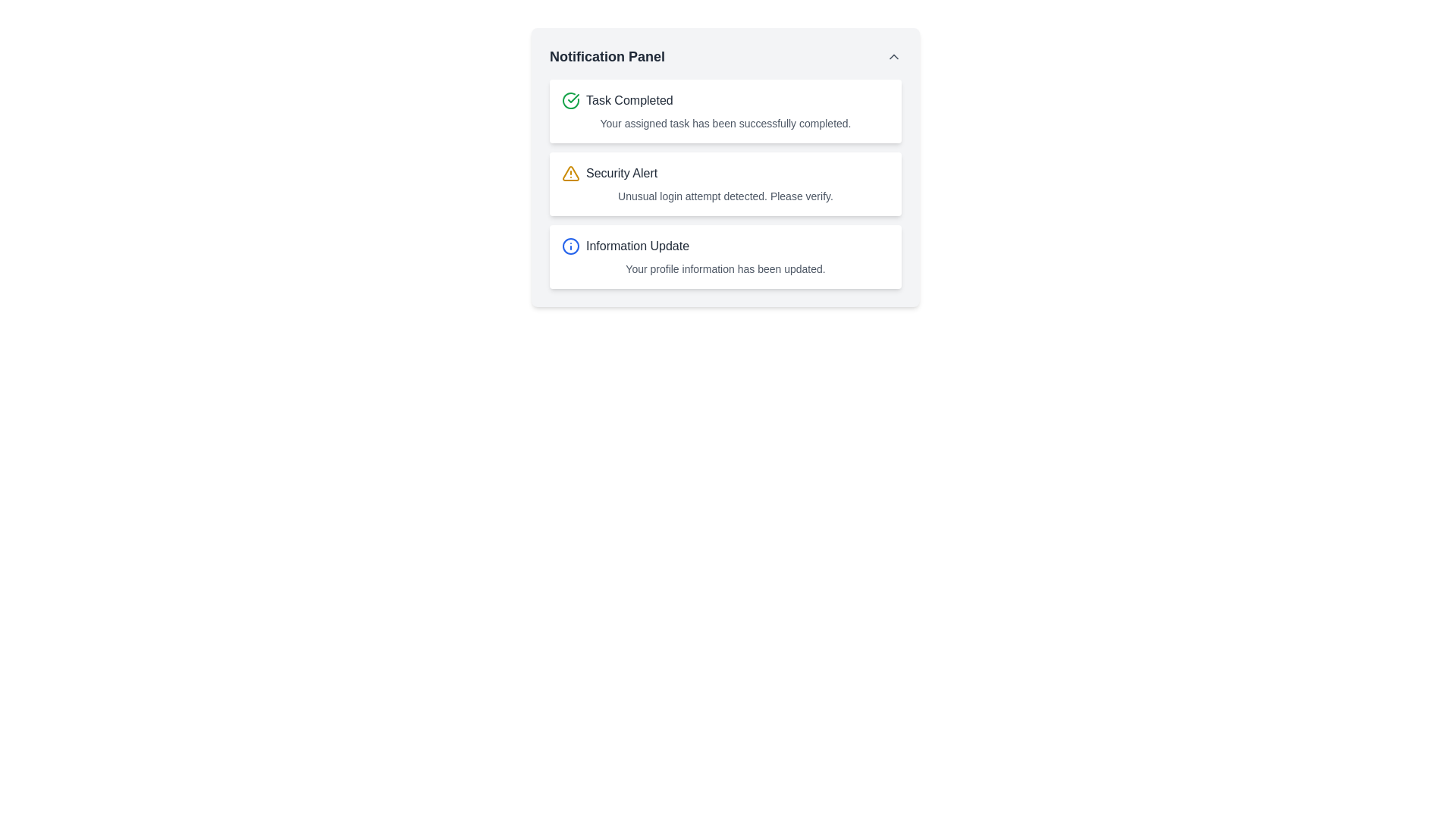  Describe the element at coordinates (570, 100) in the screenshot. I see `the green circular icon with a checkmark that visually anchors the 'Task Completed' notification card, located at the top-left corner of the notification` at that location.